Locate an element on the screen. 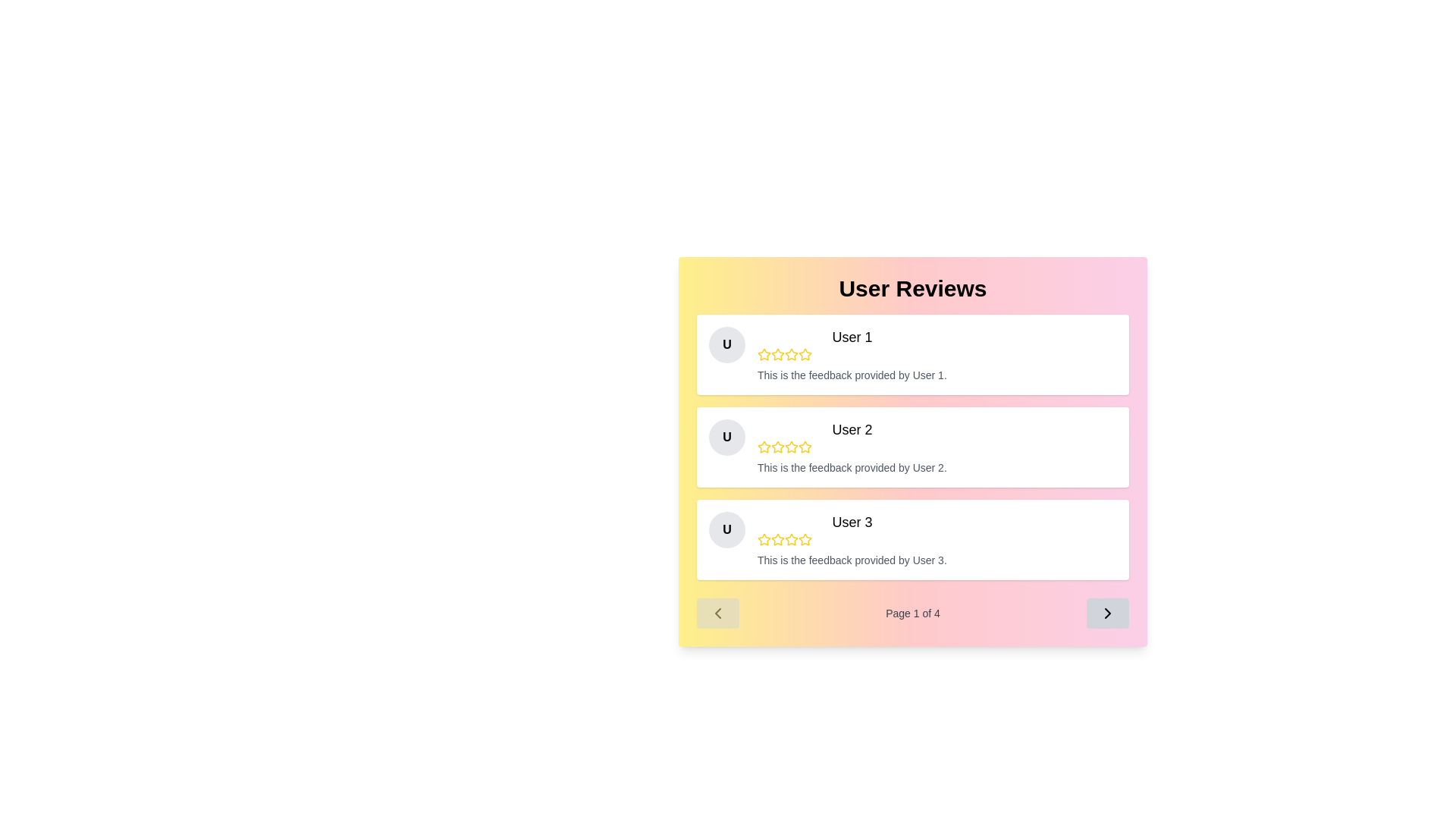  the 'User 2' text label, which is styled in large font and serves as the headline for the second user review card is located at coordinates (852, 430).